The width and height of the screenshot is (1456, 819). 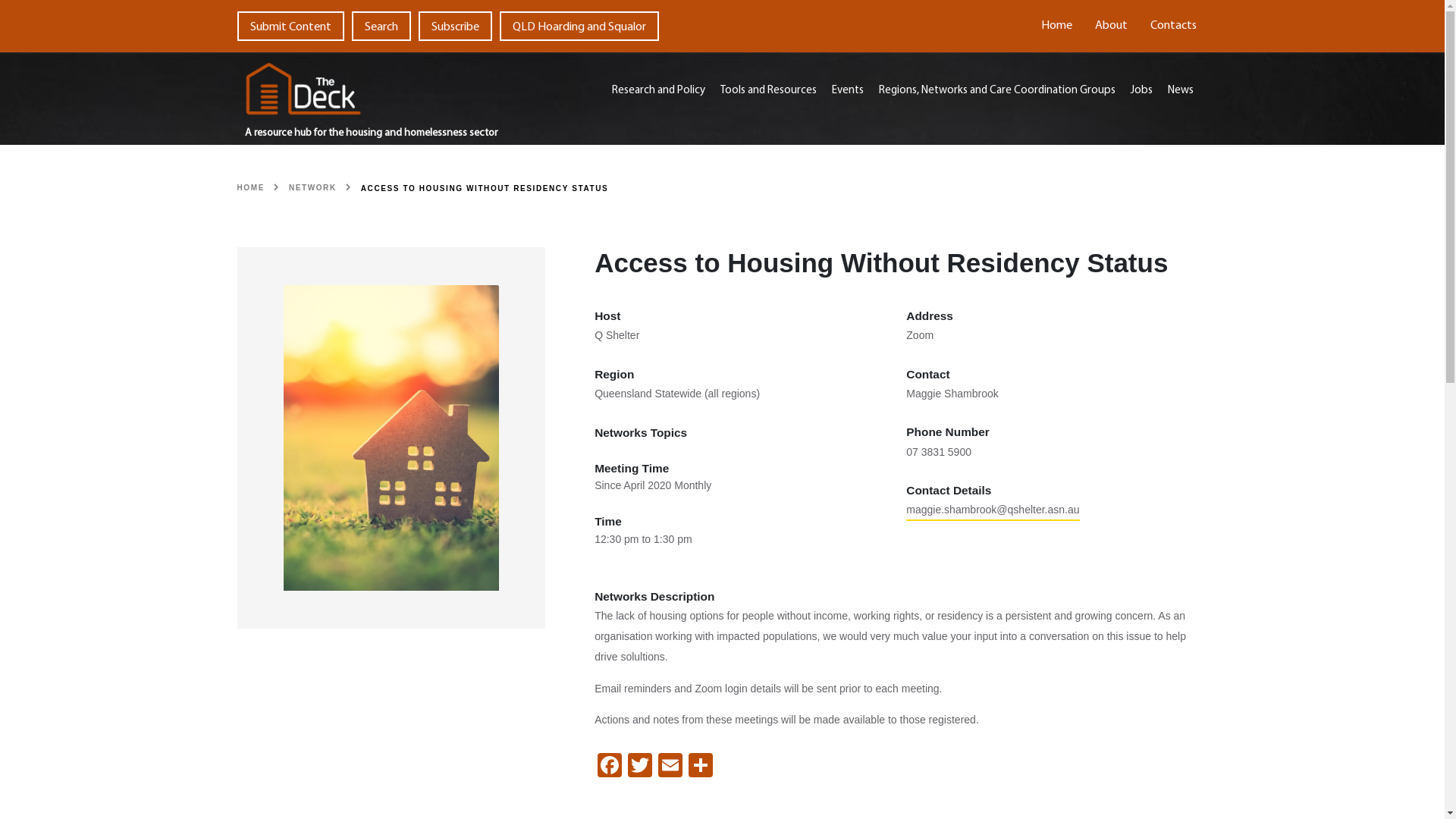 What do you see at coordinates (768, 91) in the screenshot?
I see `'Tools and Resources'` at bounding box center [768, 91].